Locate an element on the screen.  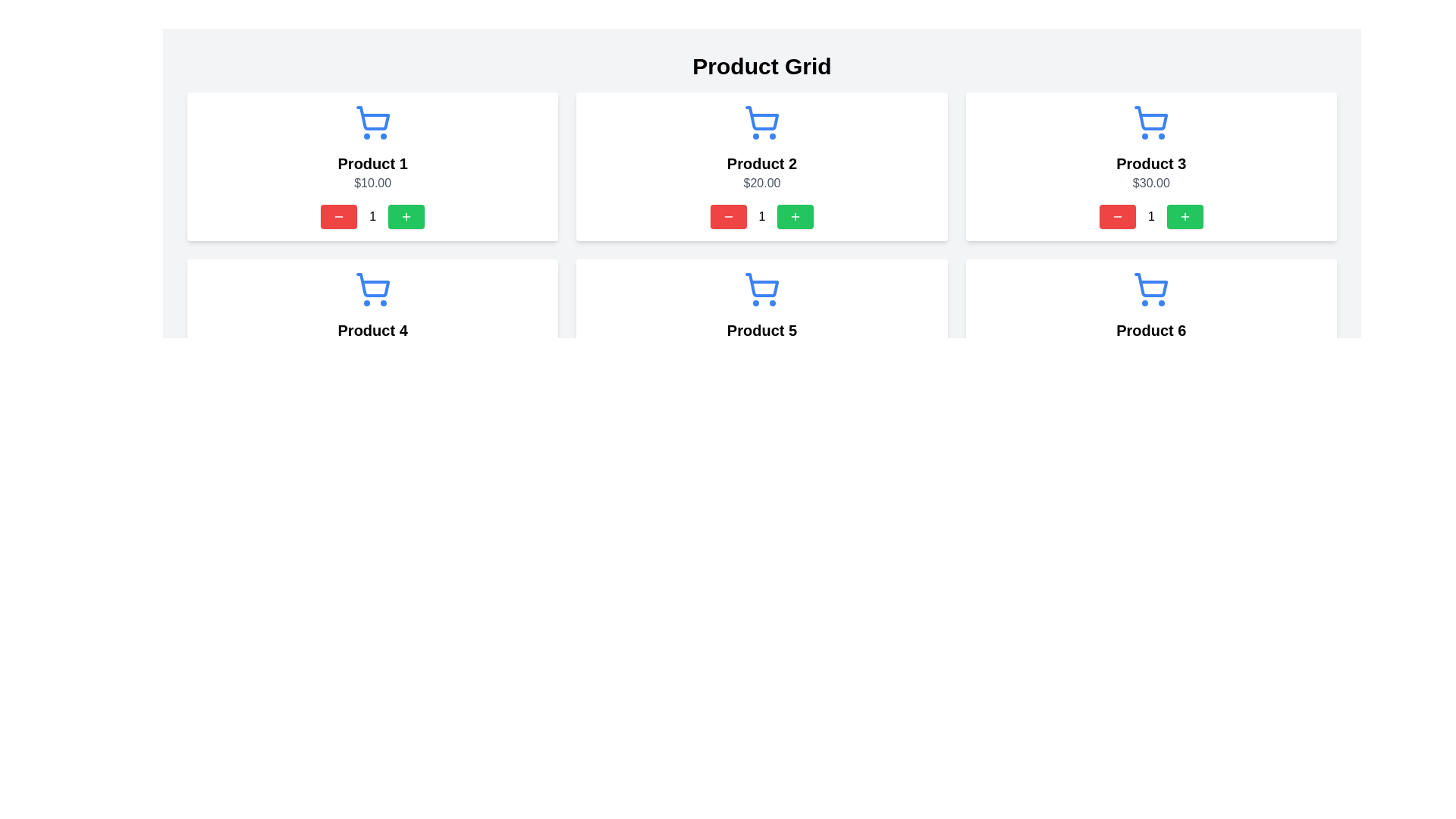
the shopping cart icon located within the card for 'Product 4', which is situated in the second row and first column of the product grid, above the text 'Product 4' and '$40.00' is located at coordinates (372, 289).